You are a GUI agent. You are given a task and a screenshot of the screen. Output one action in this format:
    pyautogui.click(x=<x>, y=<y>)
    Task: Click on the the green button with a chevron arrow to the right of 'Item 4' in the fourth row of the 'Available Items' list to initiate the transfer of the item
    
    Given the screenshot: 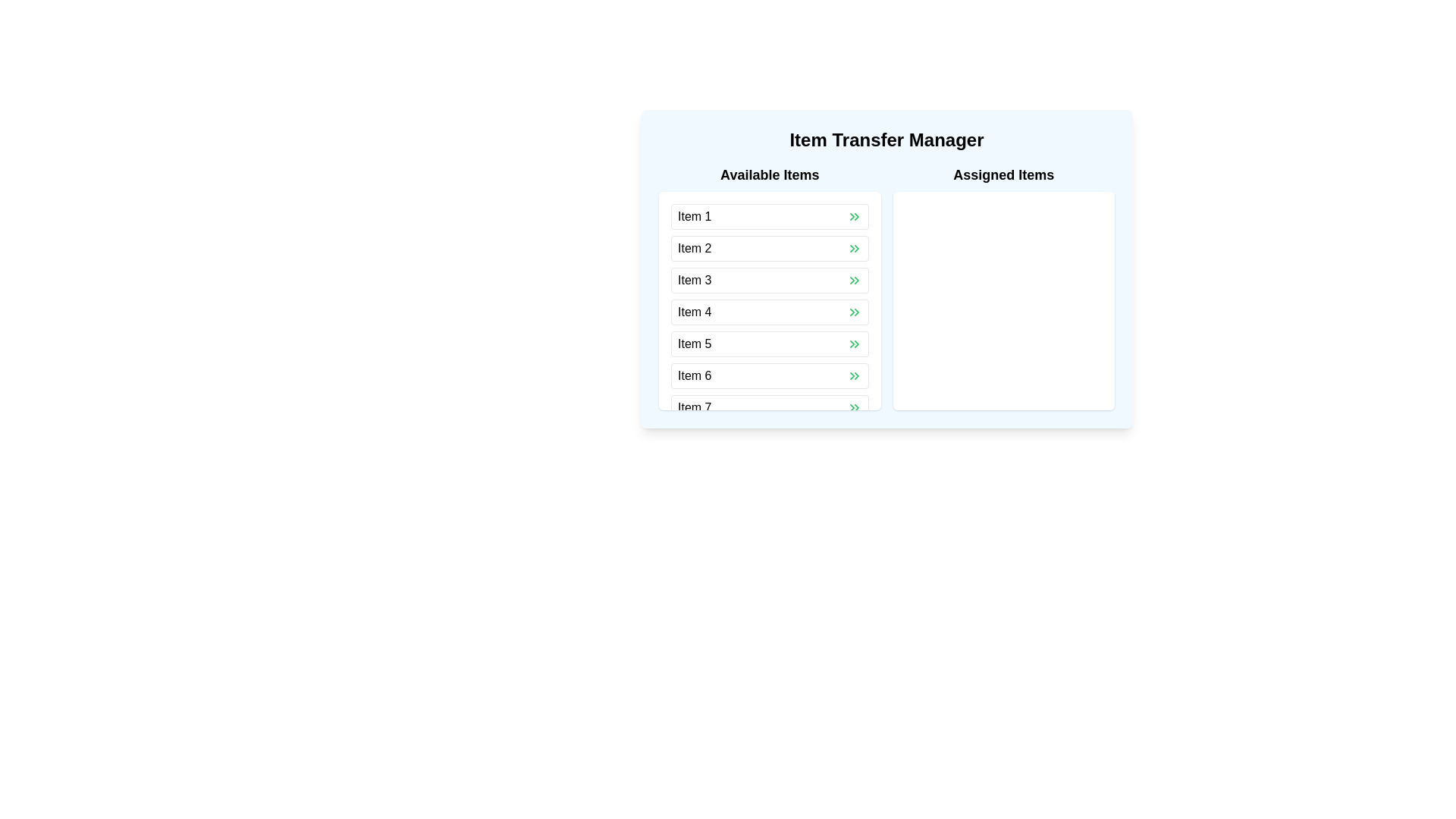 What is the action you would take?
    pyautogui.click(x=854, y=312)
    